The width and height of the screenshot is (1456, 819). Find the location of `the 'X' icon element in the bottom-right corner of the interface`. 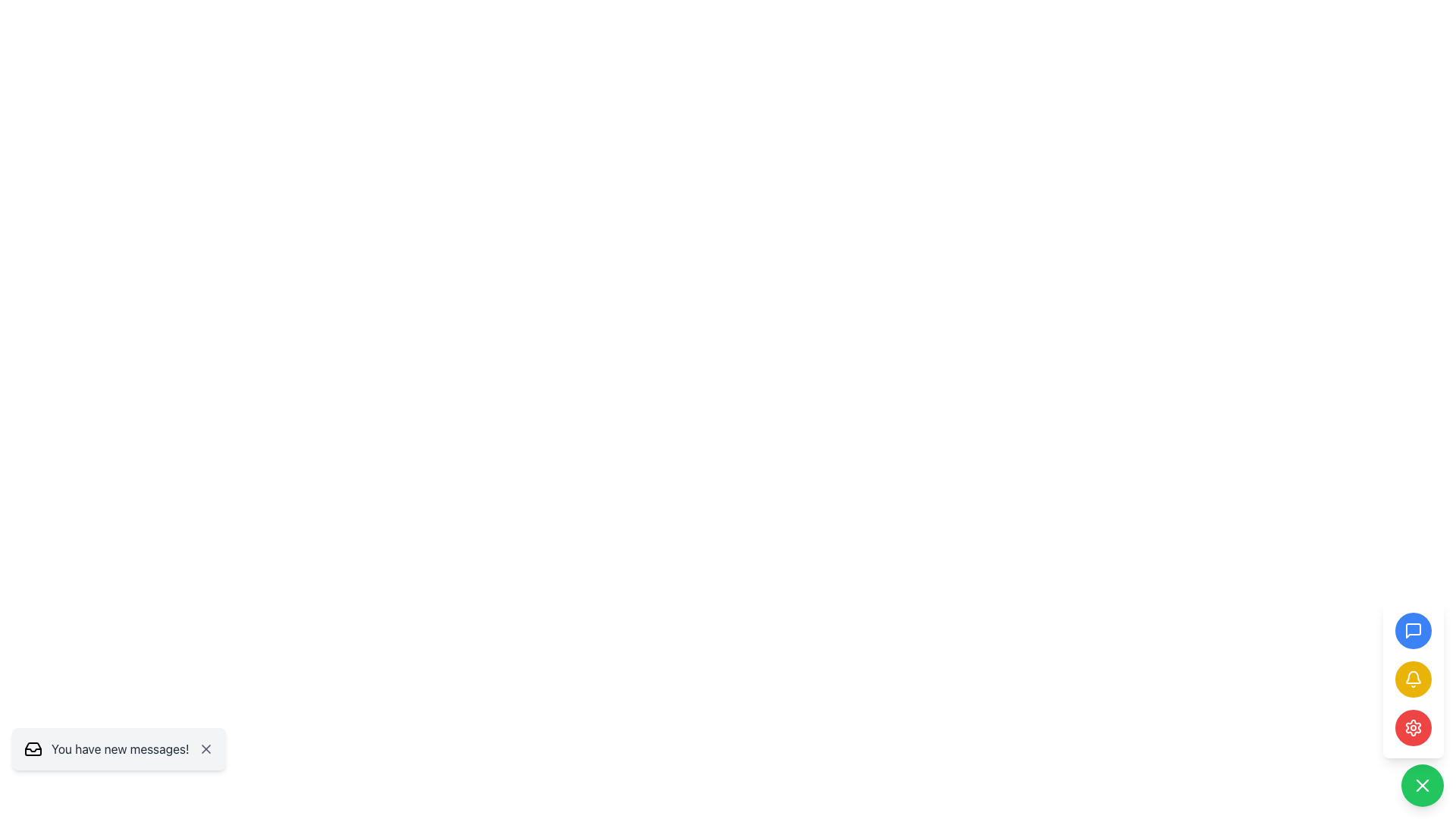

the 'X' icon element in the bottom-right corner of the interface is located at coordinates (205, 748).